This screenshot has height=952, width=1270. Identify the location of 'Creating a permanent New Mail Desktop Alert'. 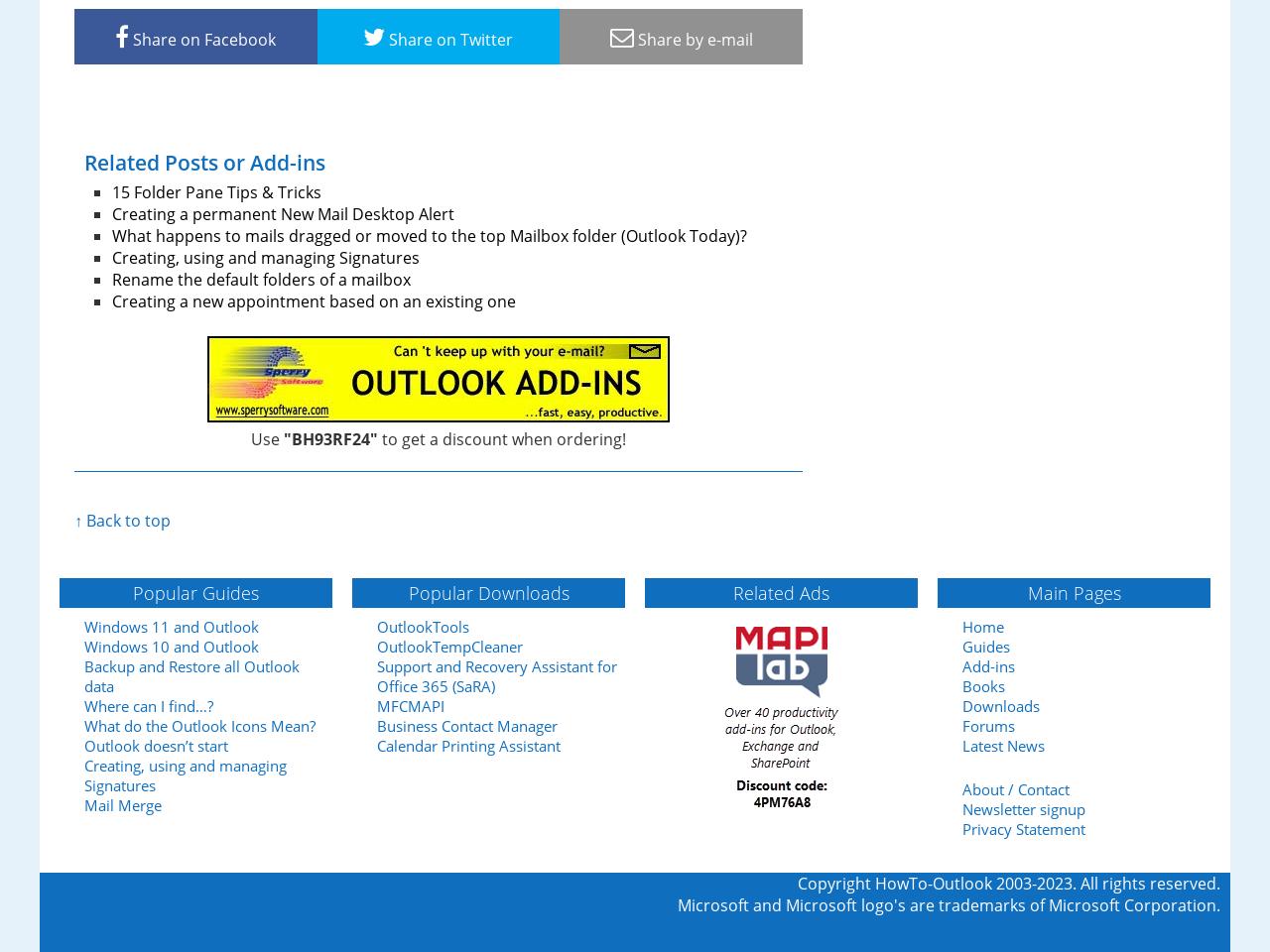
(282, 214).